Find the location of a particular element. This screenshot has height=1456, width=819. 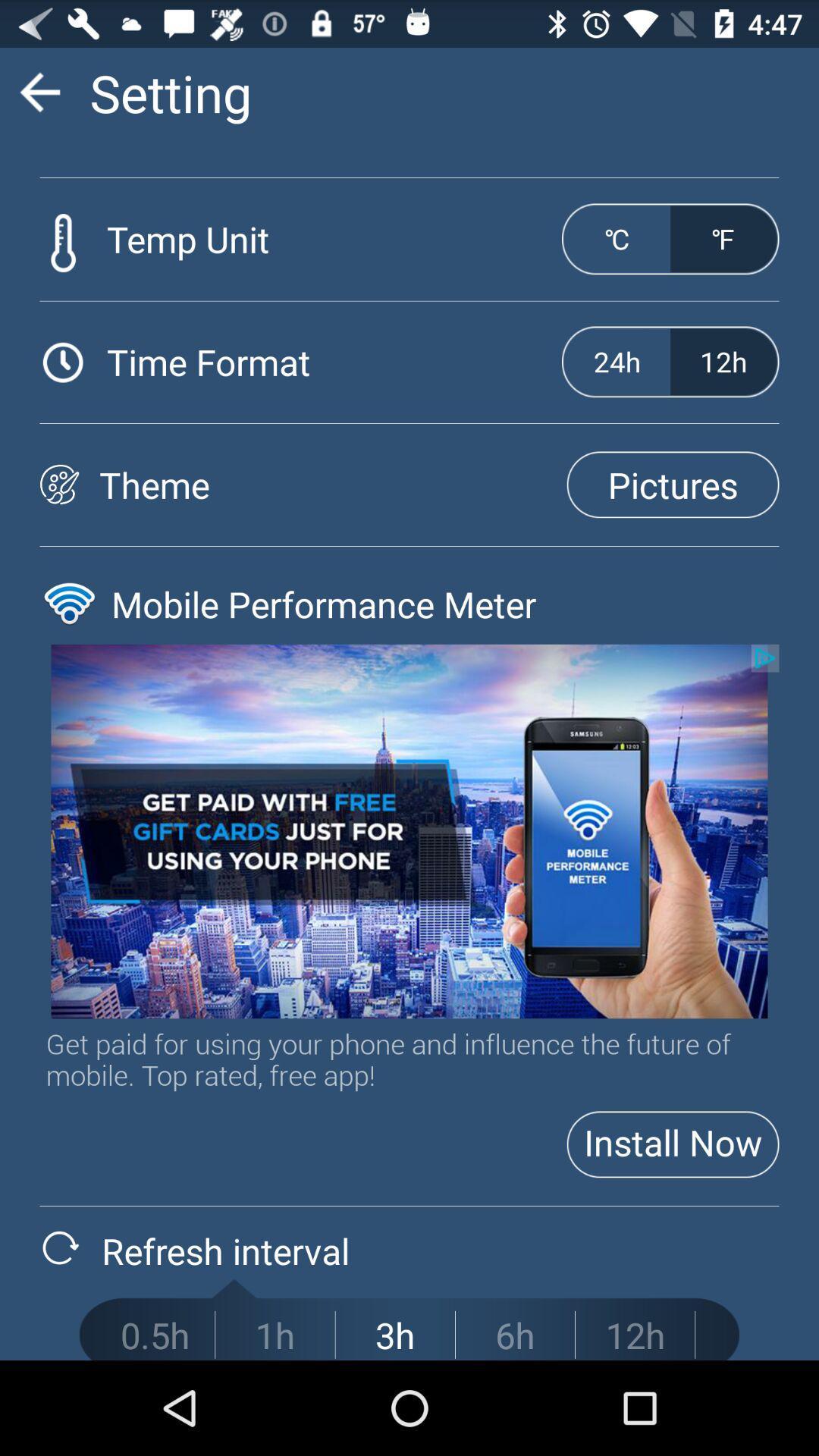

the arrow_backward icon is located at coordinates (39, 98).